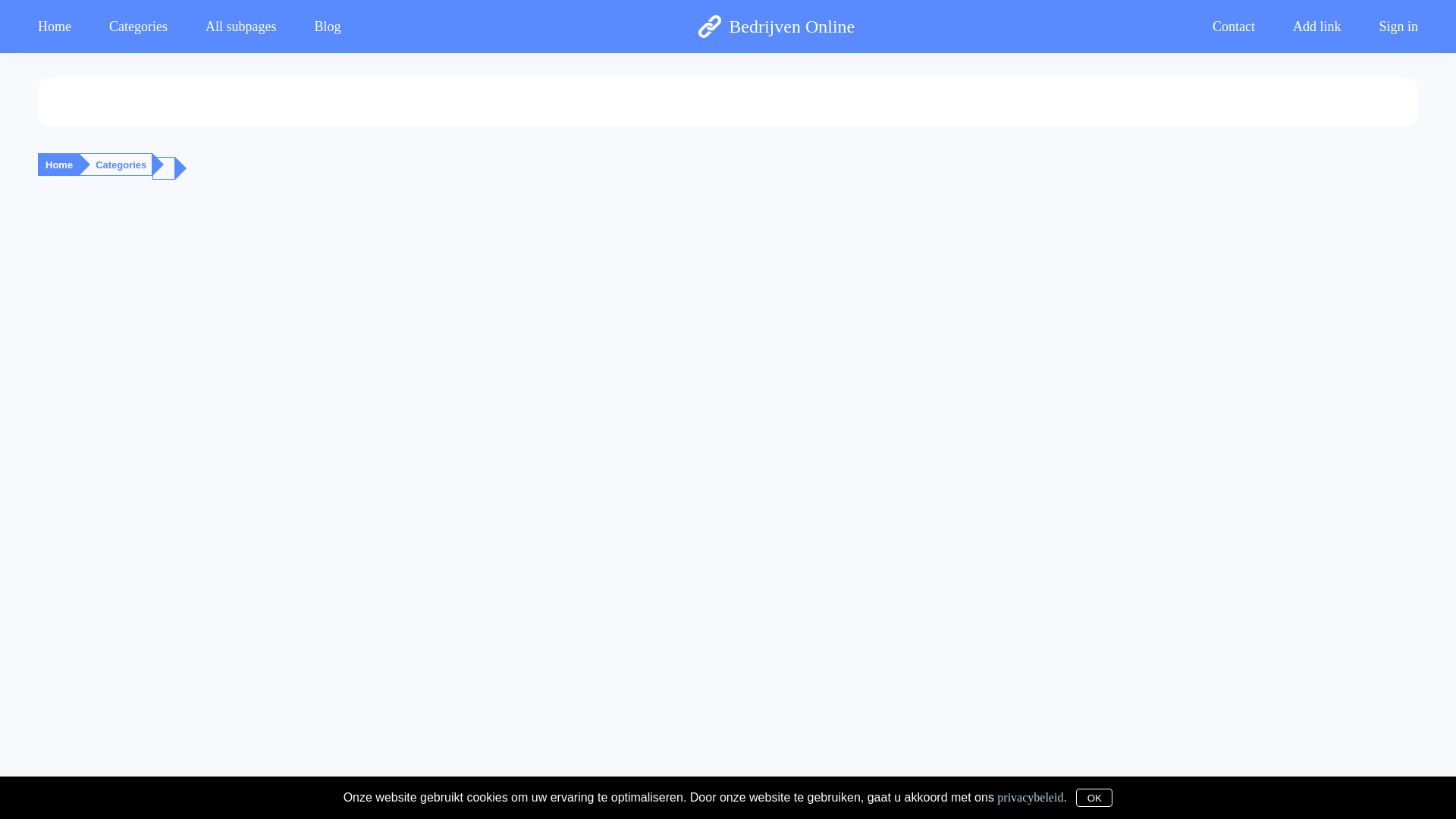  I want to click on 'privacybeleid', so click(1030, 795).